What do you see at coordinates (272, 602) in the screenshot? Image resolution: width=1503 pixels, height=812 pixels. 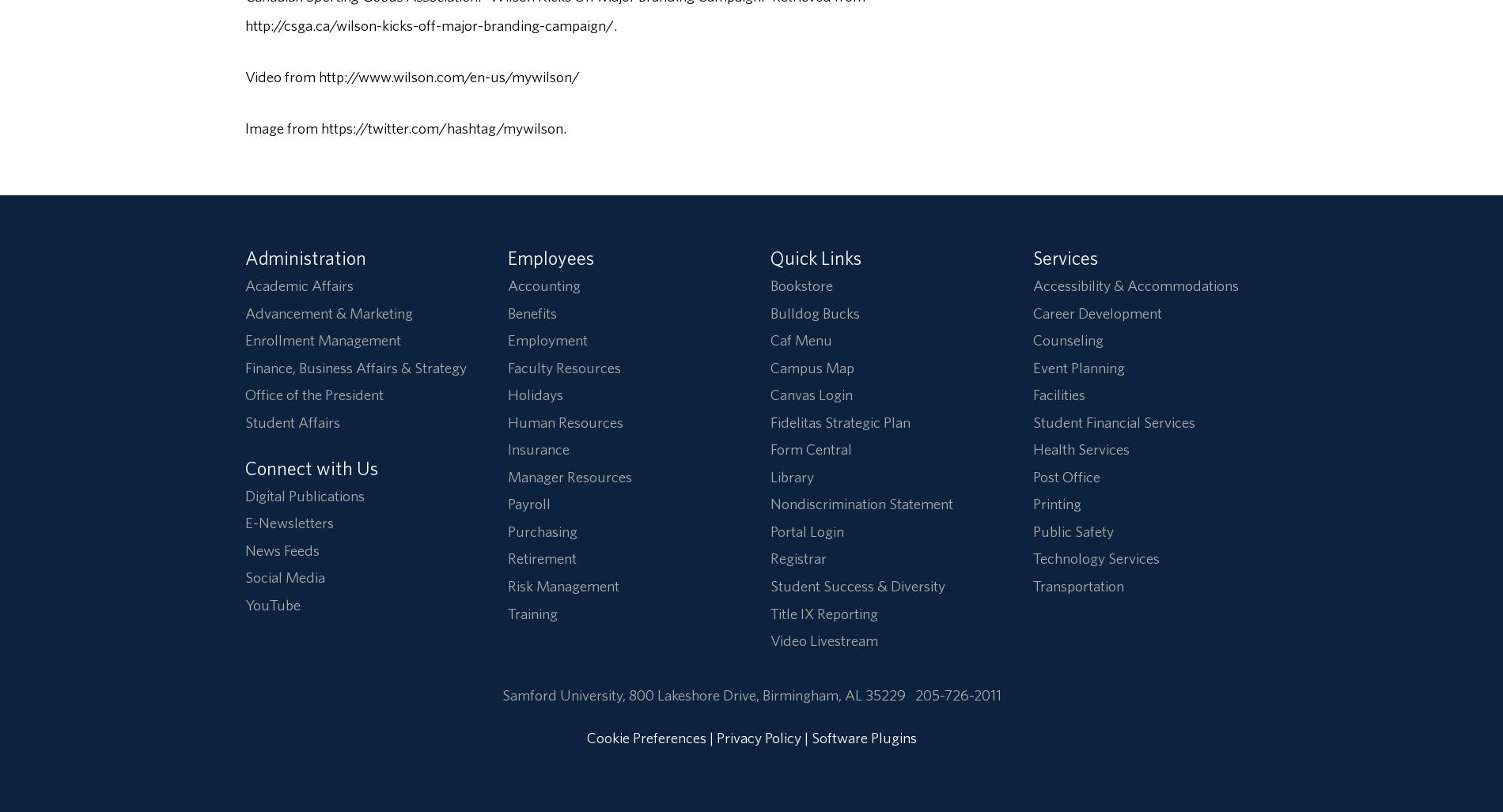 I see `'YouTube'` at bounding box center [272, 602].